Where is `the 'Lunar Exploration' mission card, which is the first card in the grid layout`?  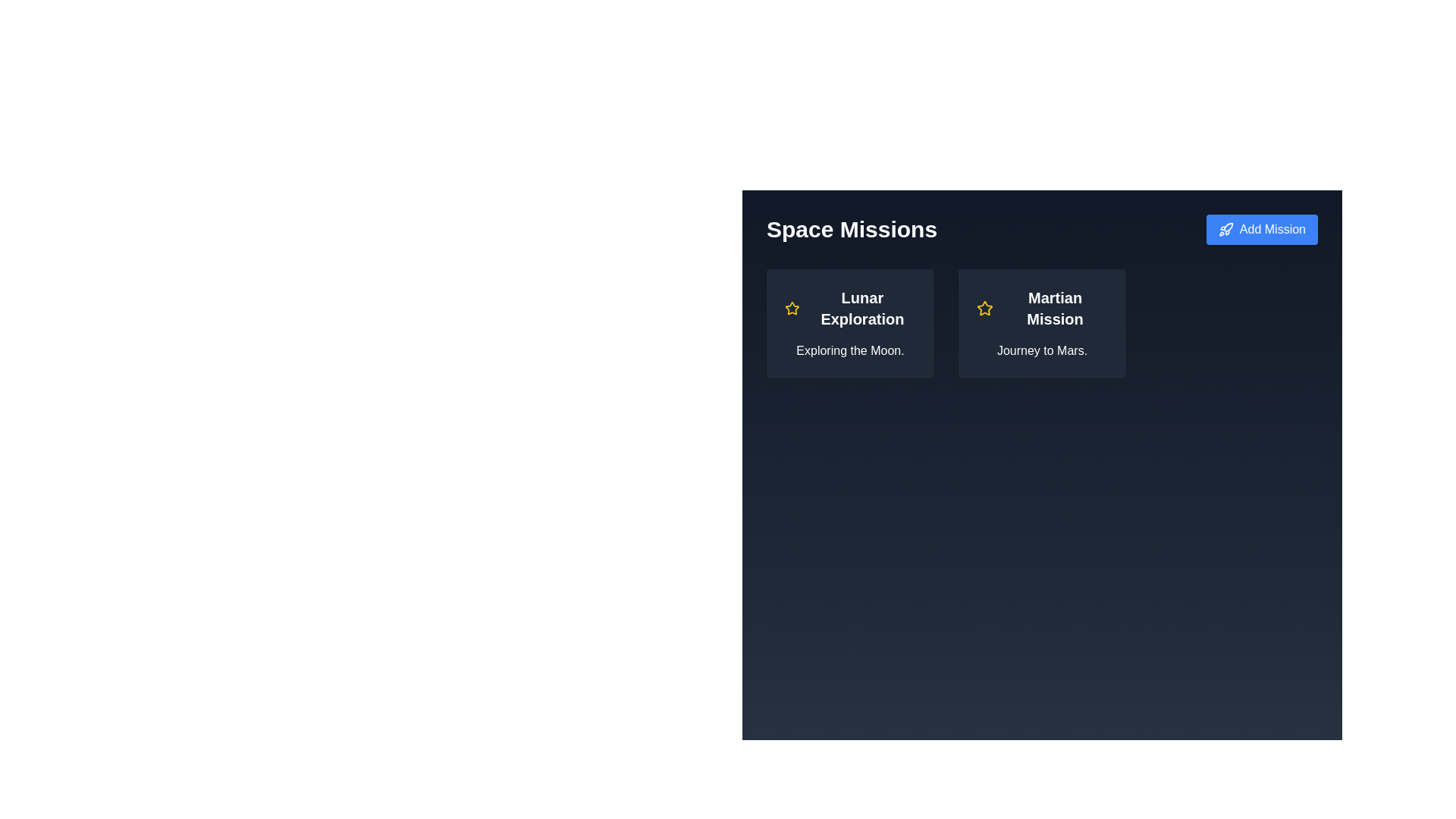
the 'Lunar Exploration' mission card, which is the first card in the grid layout is located at coordinates (850, 323).